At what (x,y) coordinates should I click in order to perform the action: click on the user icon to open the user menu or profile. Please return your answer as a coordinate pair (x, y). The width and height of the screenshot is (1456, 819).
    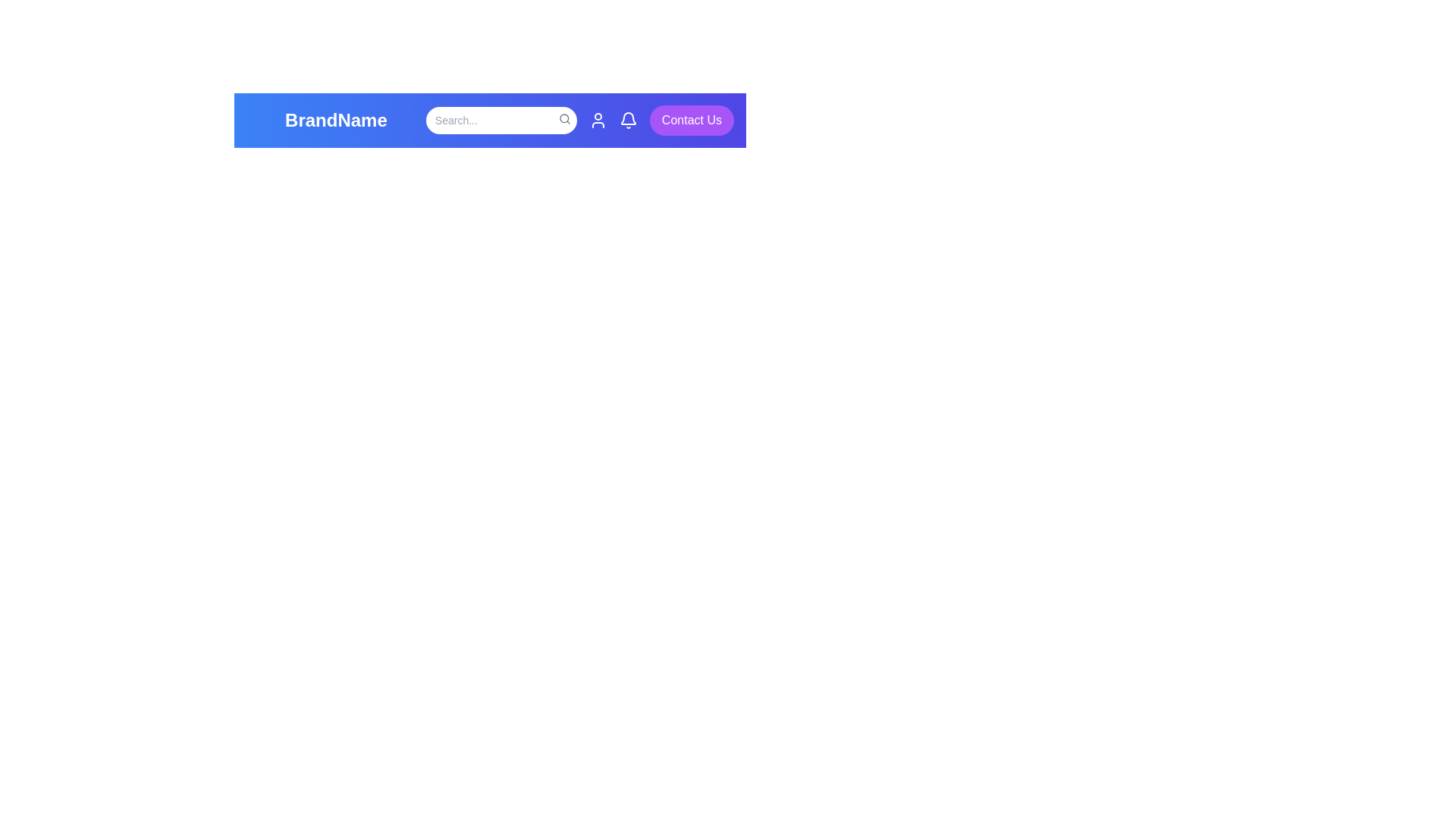
    Looking at the image, I should click on (597, 119).